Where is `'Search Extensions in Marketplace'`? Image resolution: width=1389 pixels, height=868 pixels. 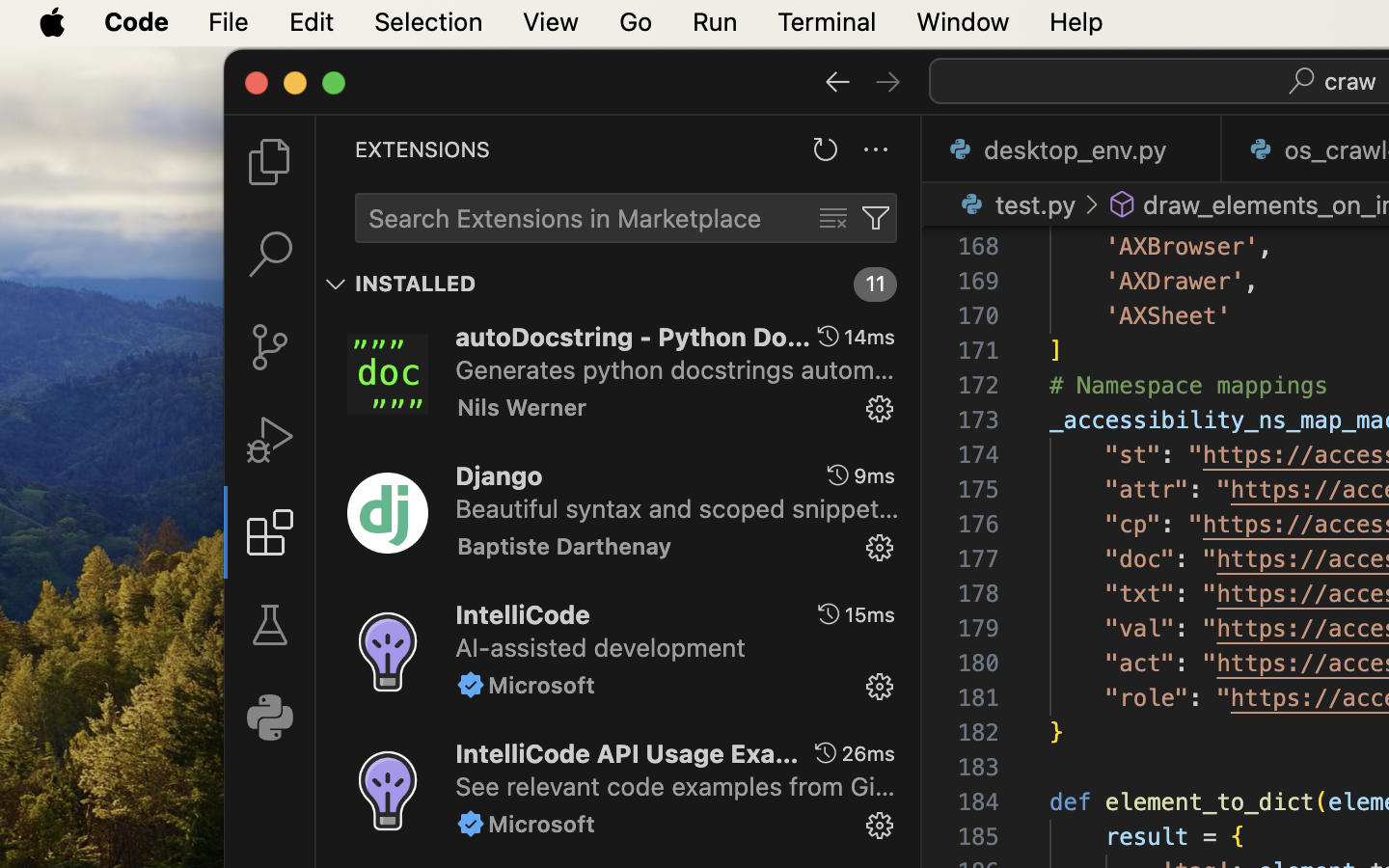
'Search Extensions in Marketplace' is located at coordinates (564, 217).